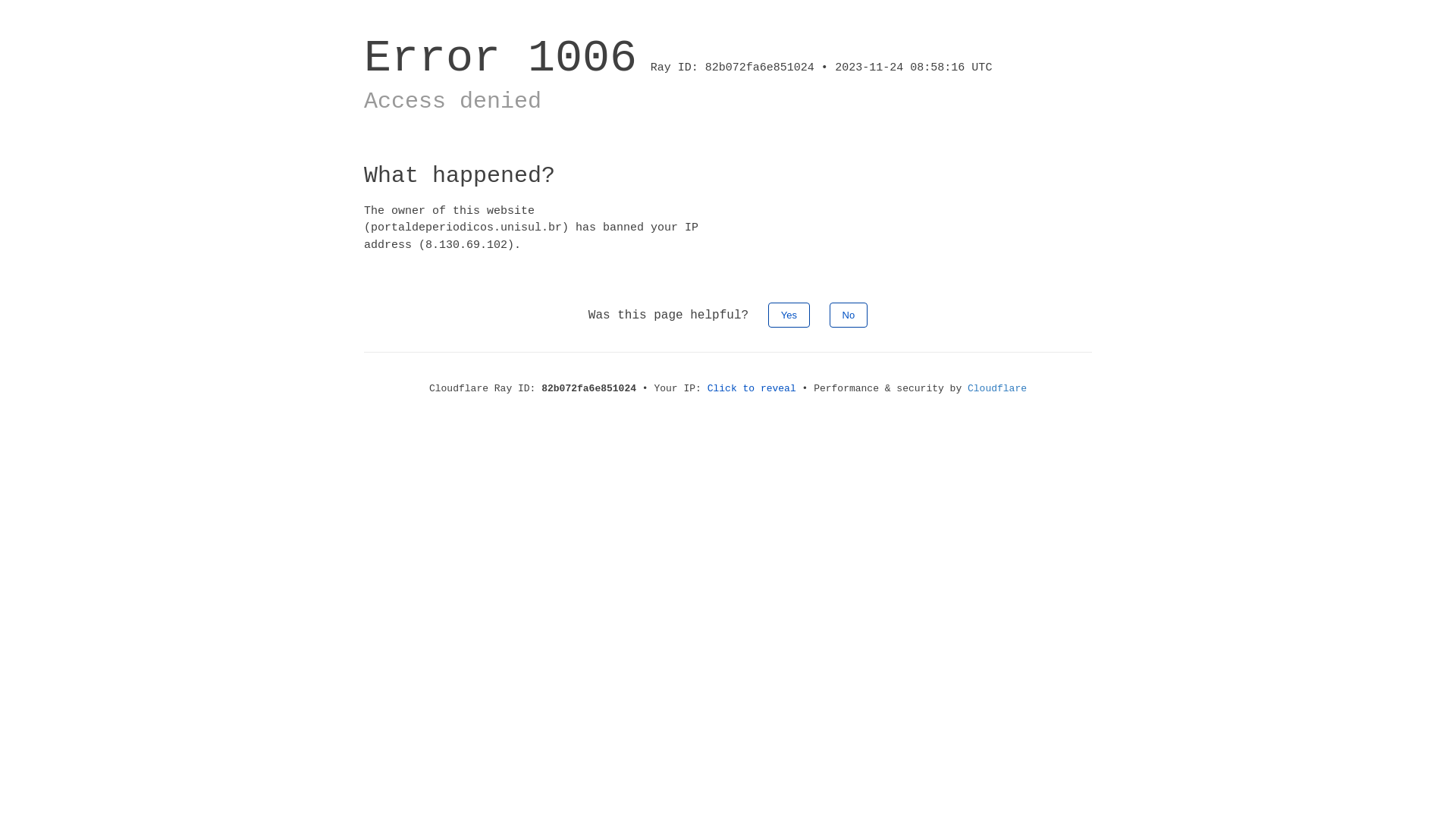  What do you see at coordinates (997, 388) in the screenshot?
I see `'Cloudflare'` at bounding box center [997, 388].